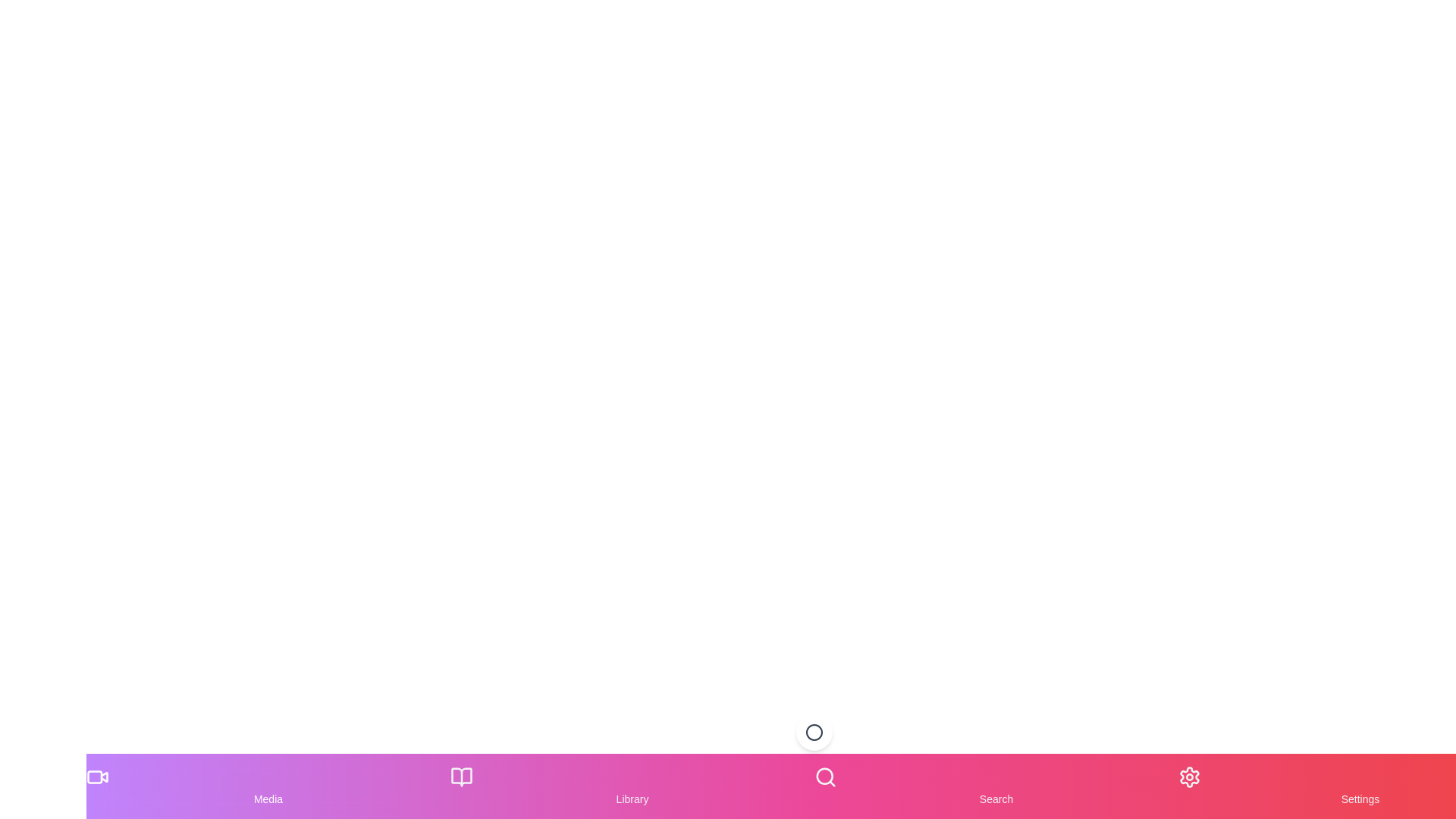 The height and width of the screenshot is (819, 1456). Describe the element at coordinates (1360, 786) in the screenshot. I see `the Settings item in the navigation bar` at that location.